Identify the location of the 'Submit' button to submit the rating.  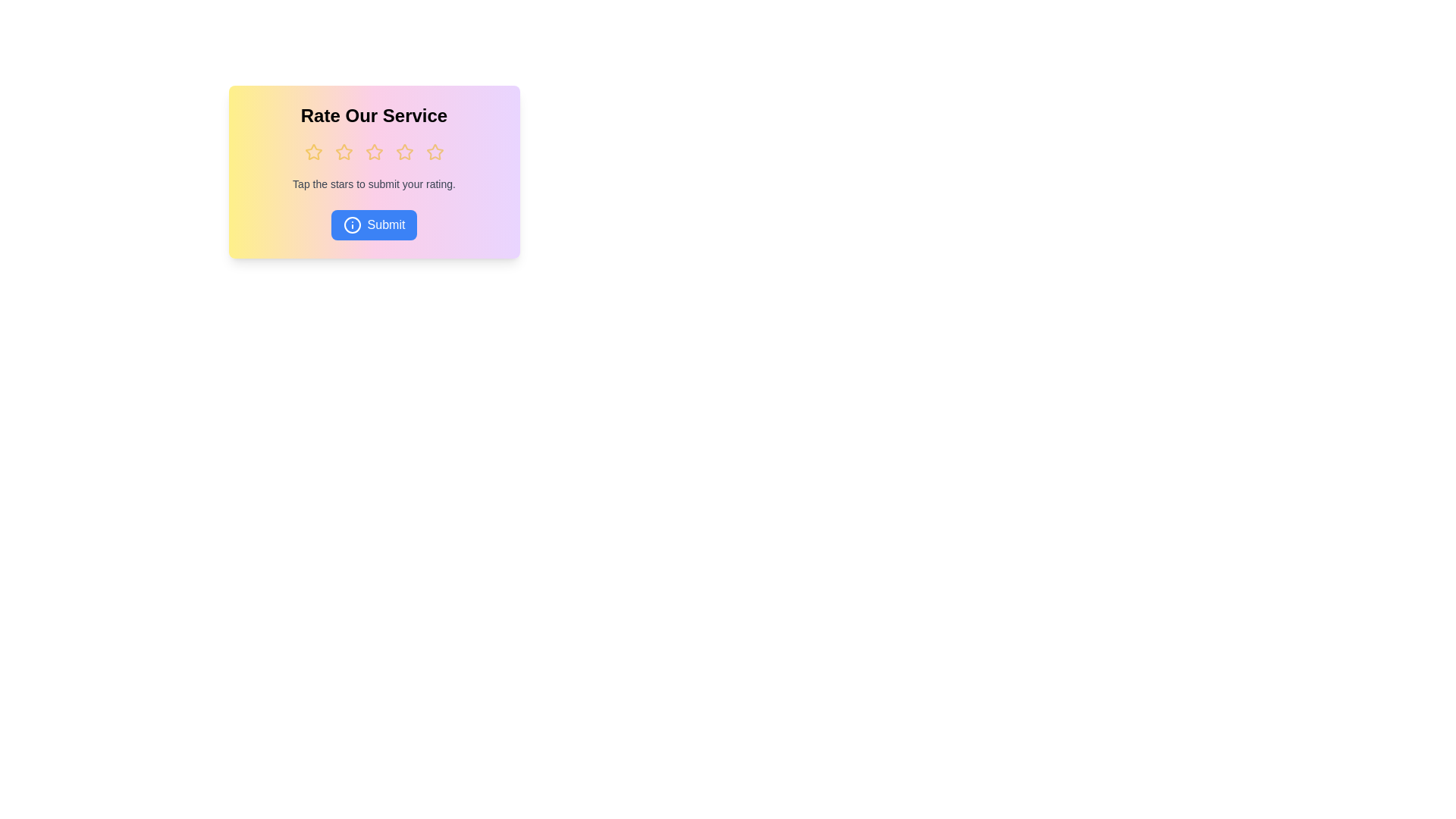
(374, 225).